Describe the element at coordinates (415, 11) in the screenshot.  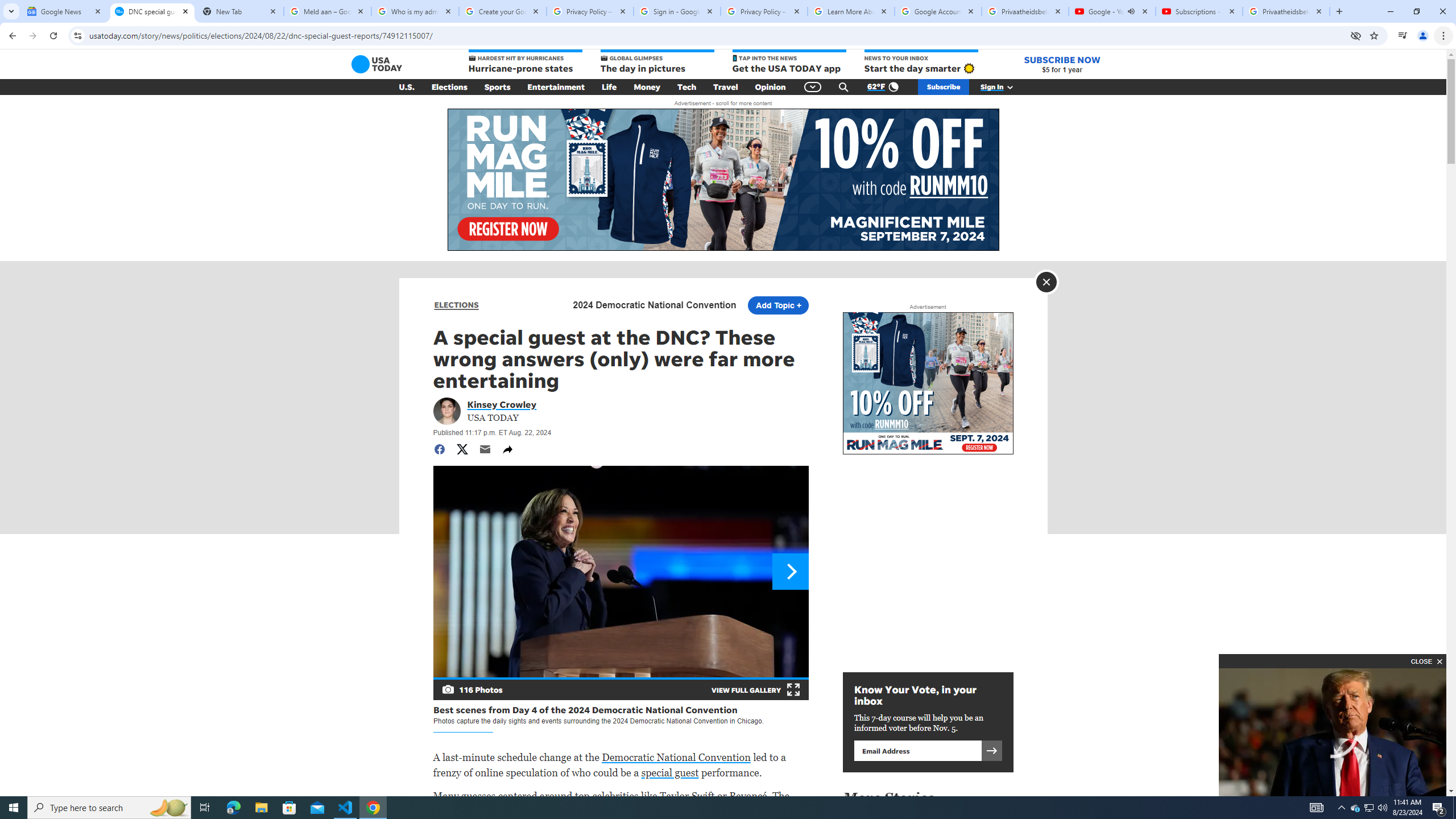
I see `'Who is my administrator? - Google Account Help'` at that location.